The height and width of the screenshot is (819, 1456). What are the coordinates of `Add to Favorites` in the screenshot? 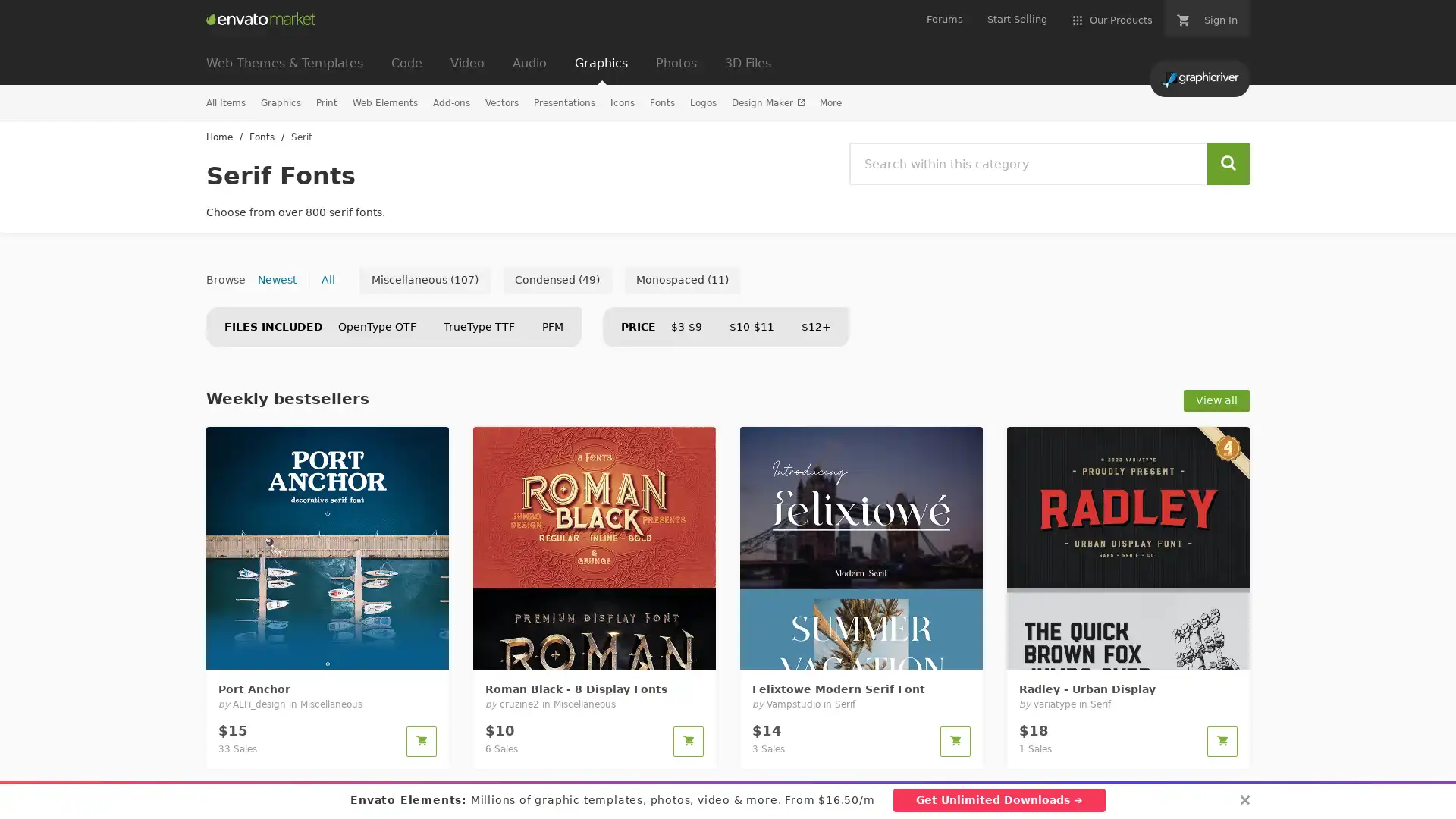 It's located at (428, 648).